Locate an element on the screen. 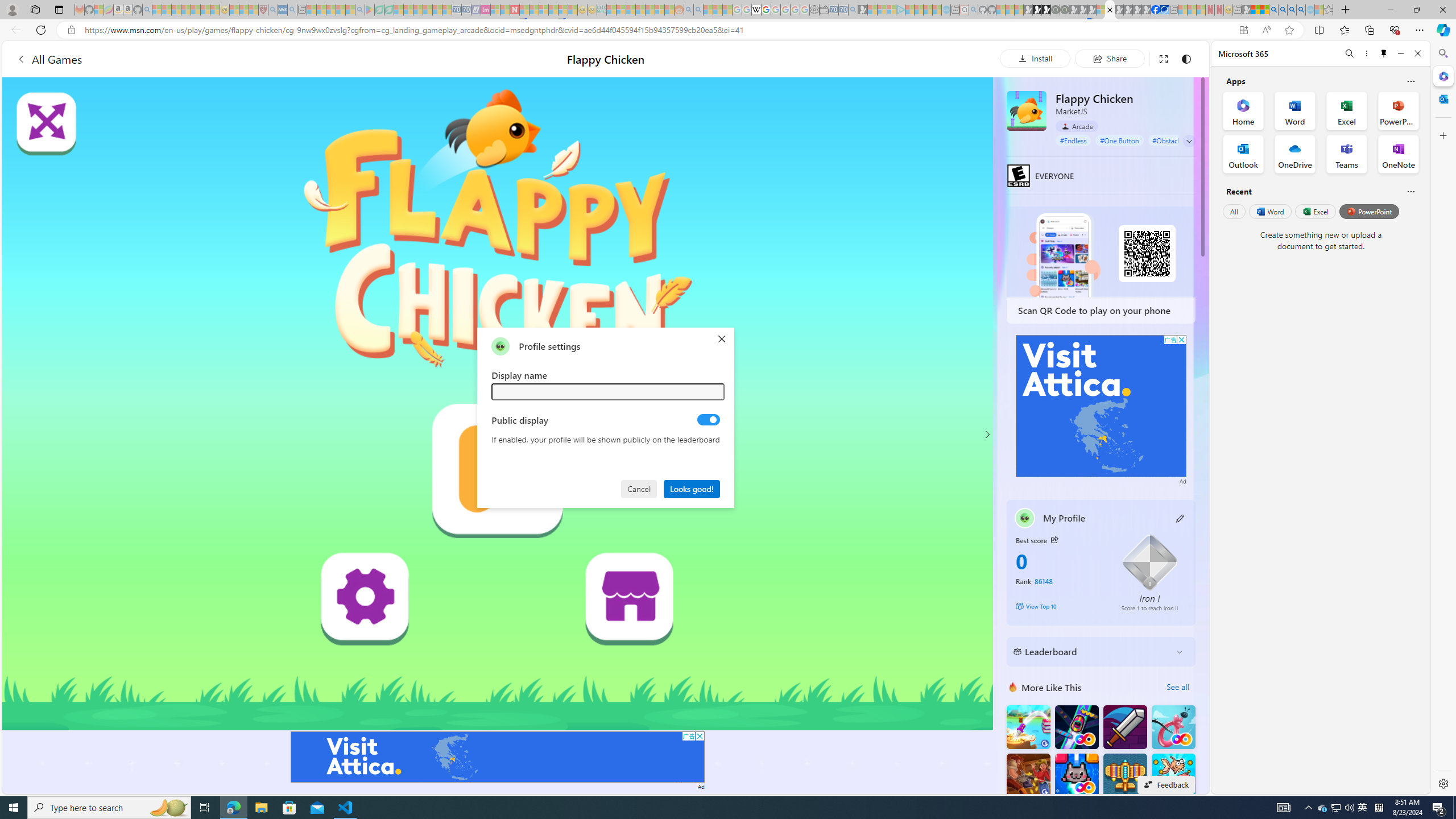 The width and height of the screenshot is (1456, 819). 'Collections' is located at coordinates (1368, 29).